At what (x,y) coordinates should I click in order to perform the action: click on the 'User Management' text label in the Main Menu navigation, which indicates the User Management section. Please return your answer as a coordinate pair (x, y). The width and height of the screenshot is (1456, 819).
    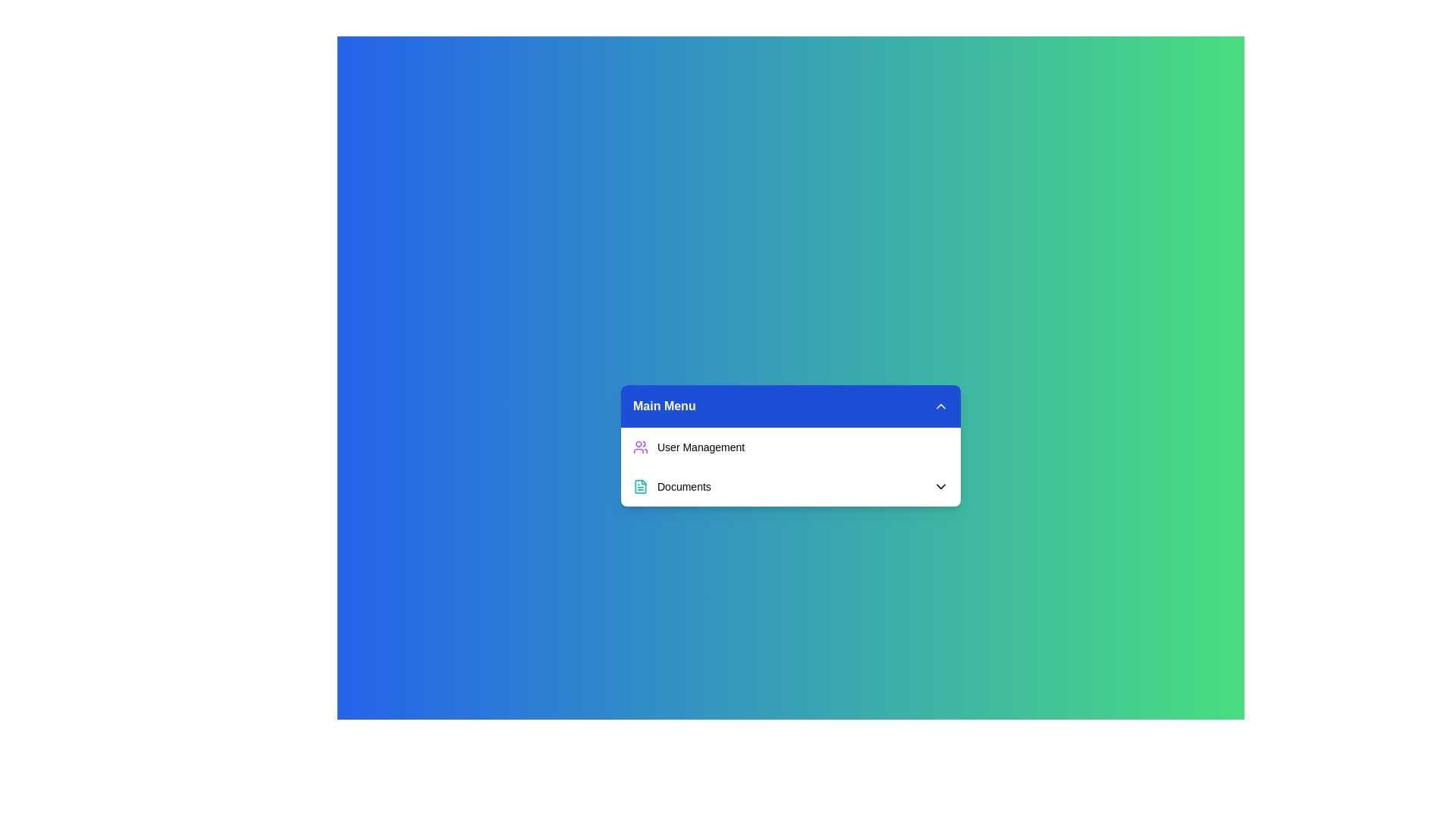
    Looking at the image, I should click on (700, 447).